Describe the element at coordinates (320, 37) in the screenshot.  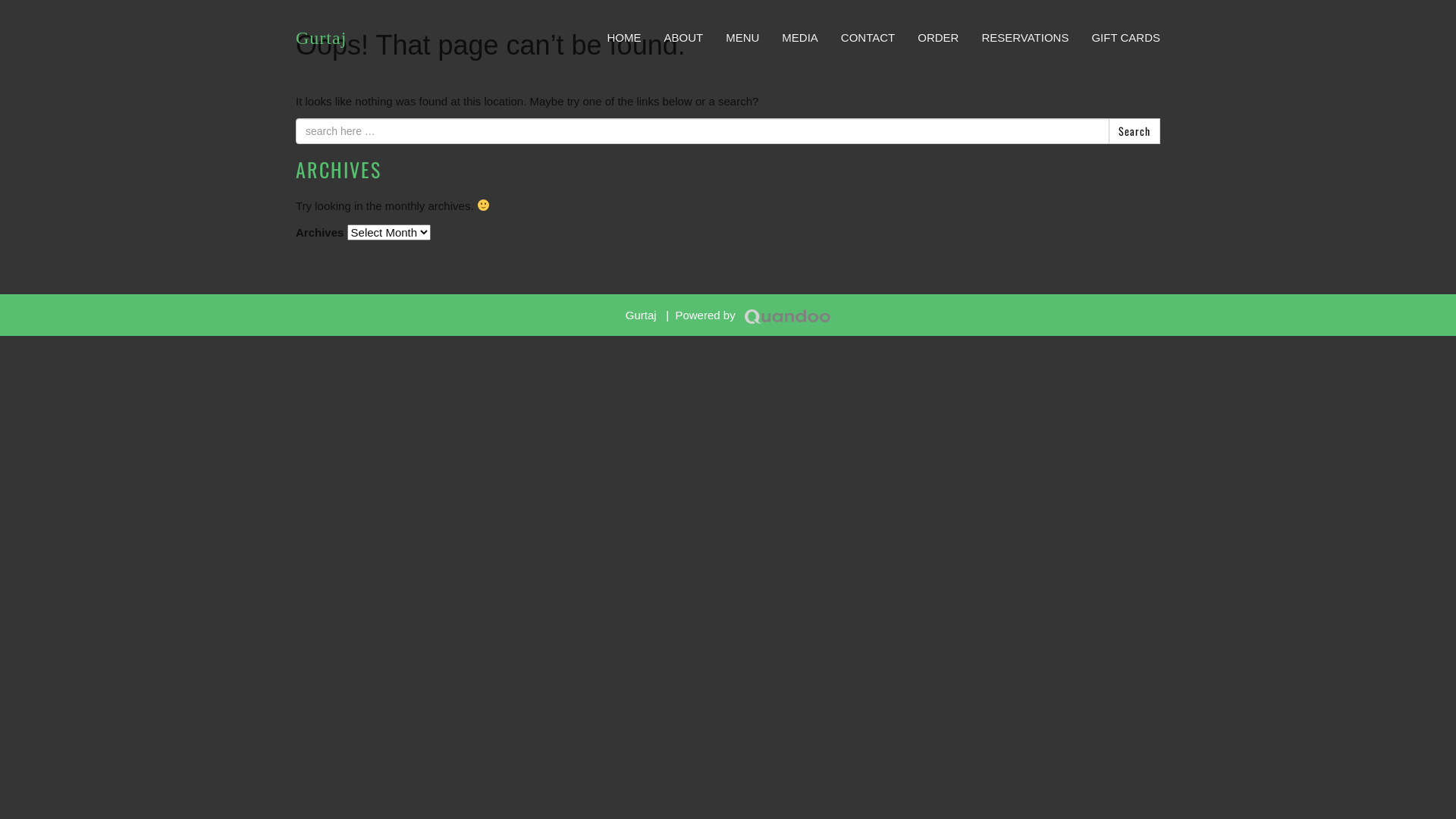
I see `'Gurtaj'` at that location.